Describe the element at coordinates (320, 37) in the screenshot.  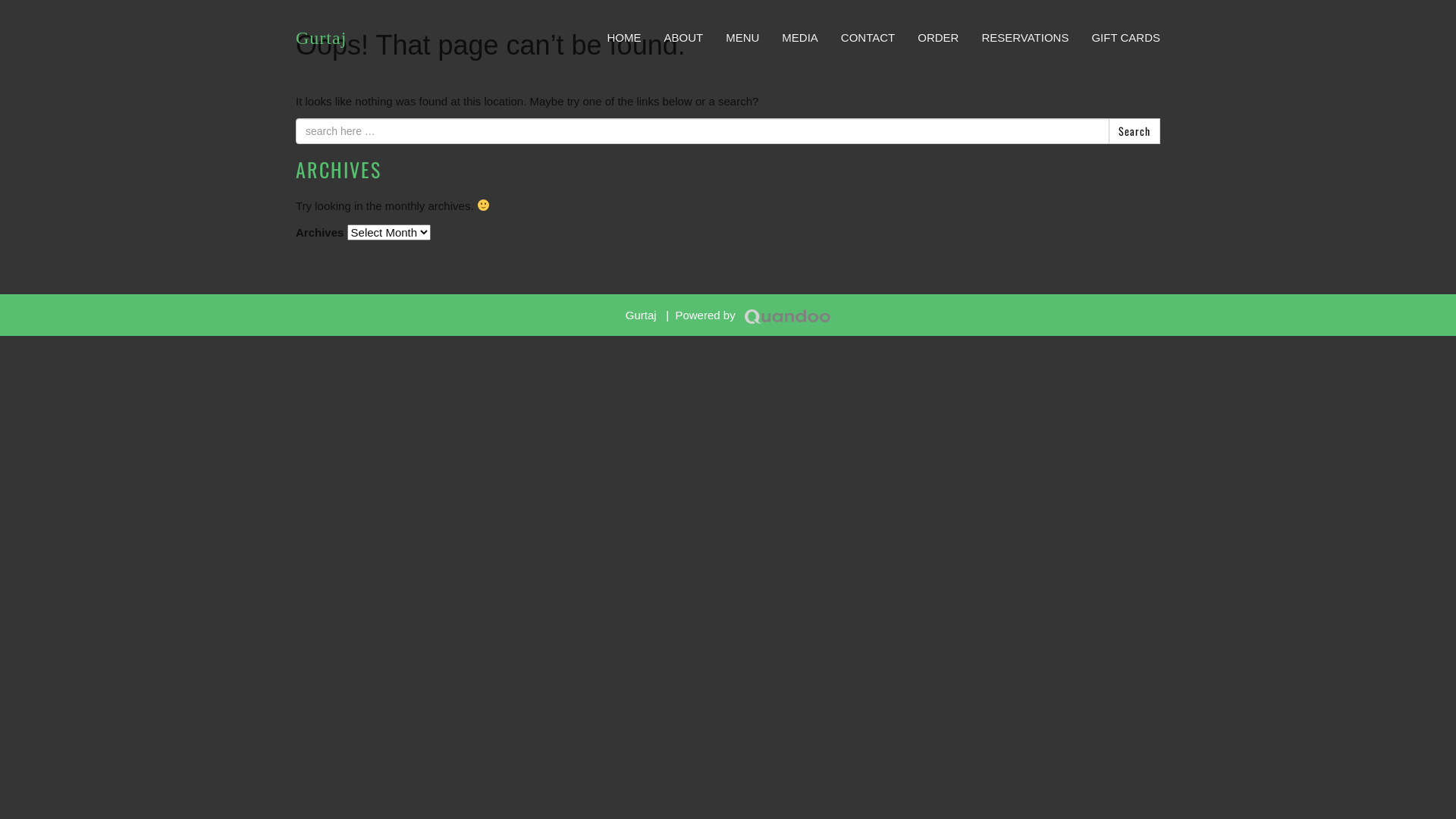
I see `'Gurtaj'` at that location.